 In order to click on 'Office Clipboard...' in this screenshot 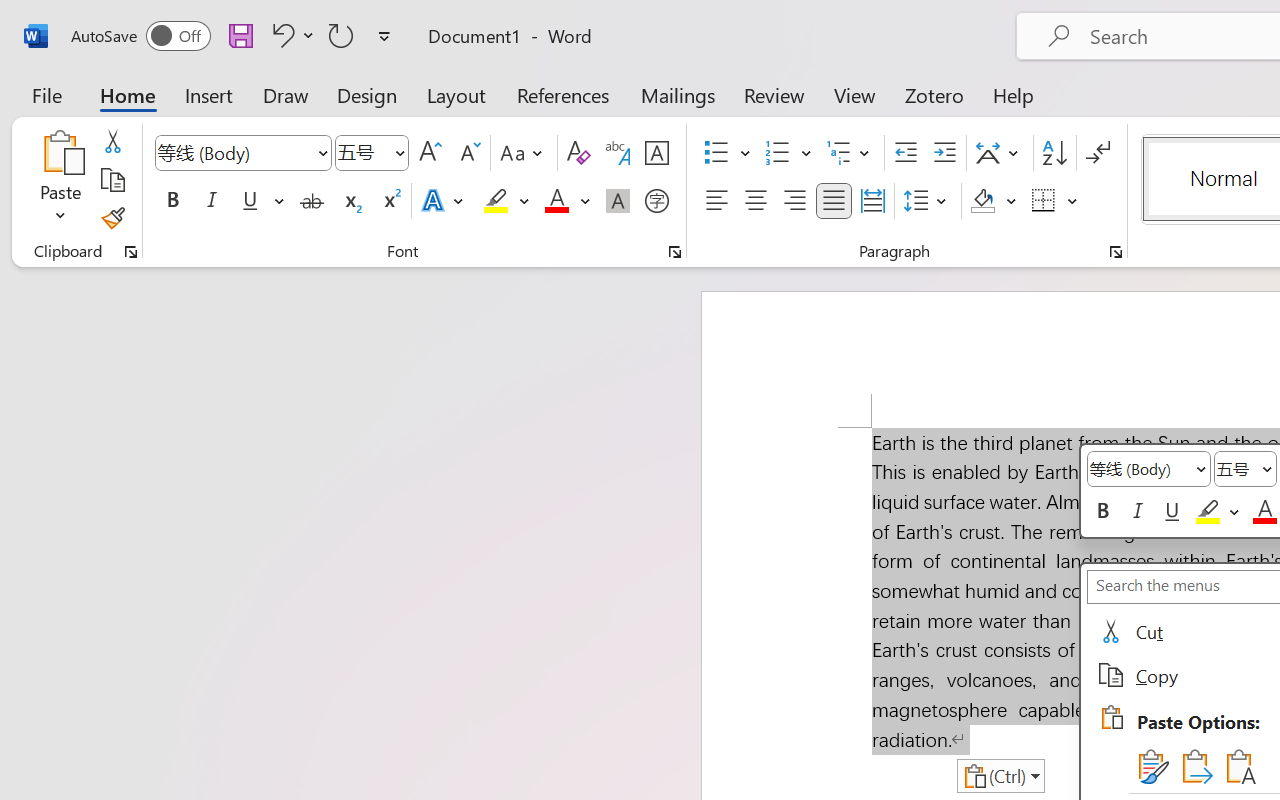, I will do `click(130, 251)`.